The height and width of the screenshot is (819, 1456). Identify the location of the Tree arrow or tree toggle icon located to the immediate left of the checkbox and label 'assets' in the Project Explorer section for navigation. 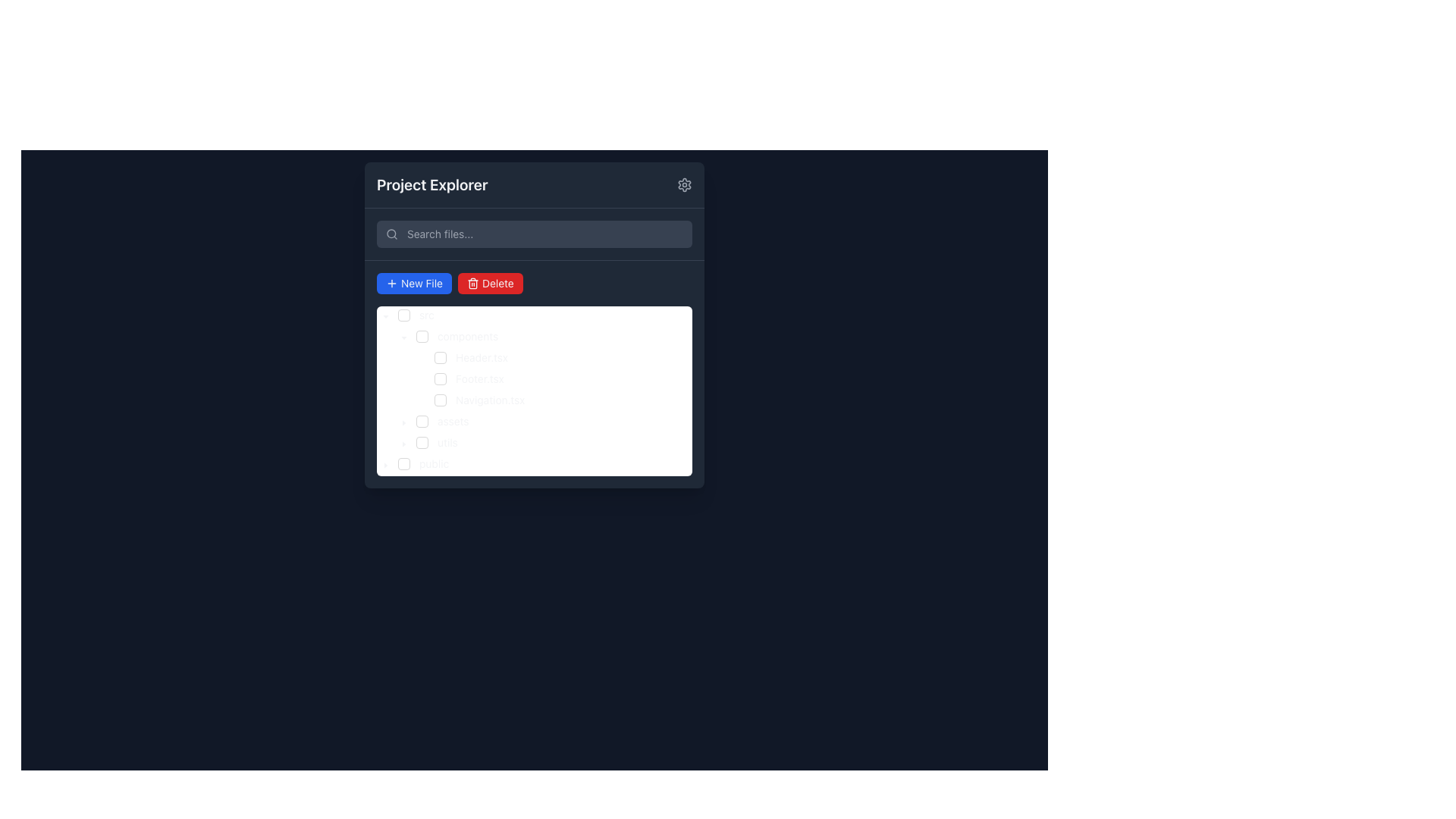
(403, 421).